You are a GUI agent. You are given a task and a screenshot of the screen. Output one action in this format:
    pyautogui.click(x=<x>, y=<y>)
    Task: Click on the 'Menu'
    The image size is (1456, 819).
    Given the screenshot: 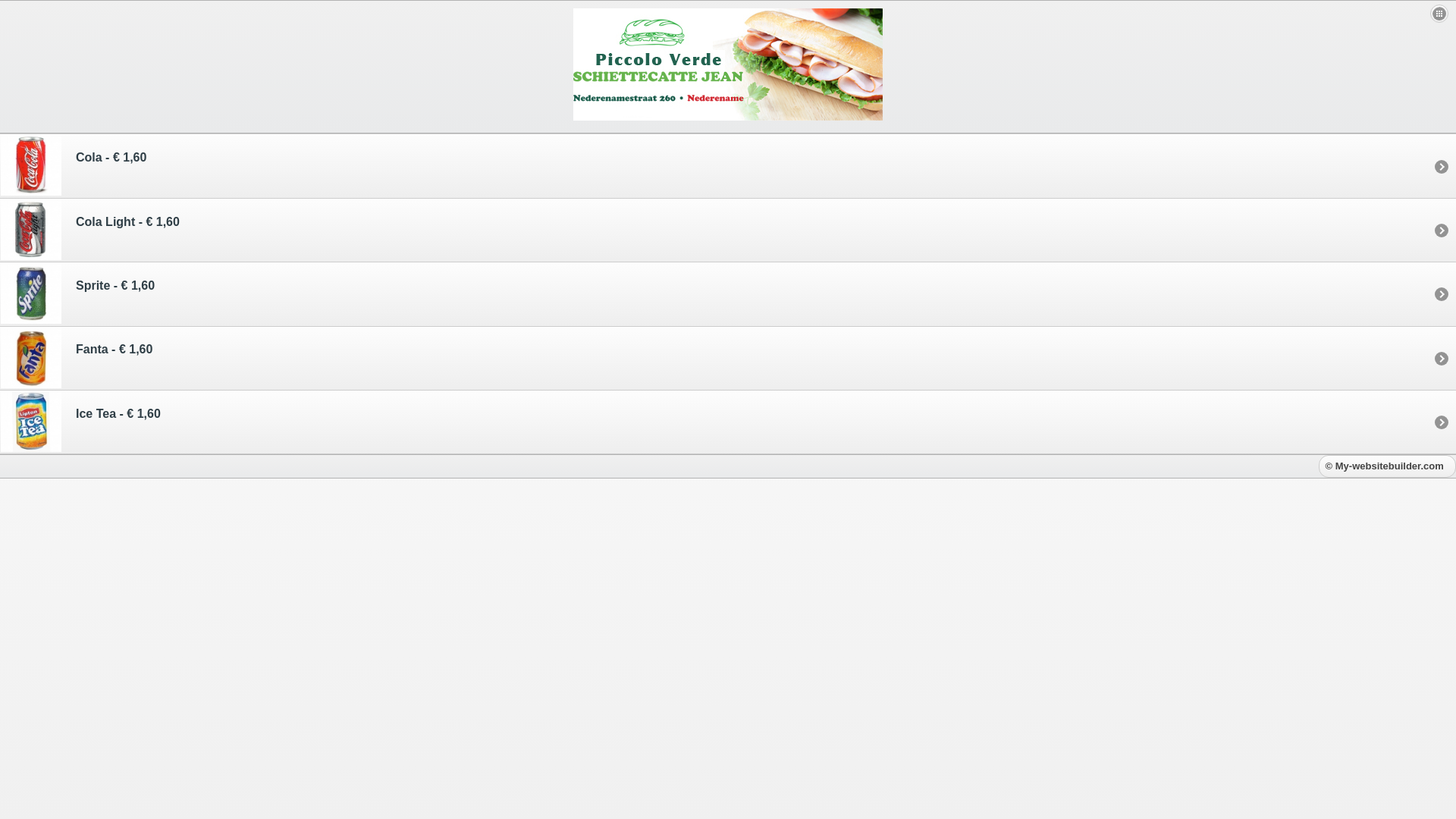 What is the action you would take?
    pyautogui.click(x=1438, y=14)
    